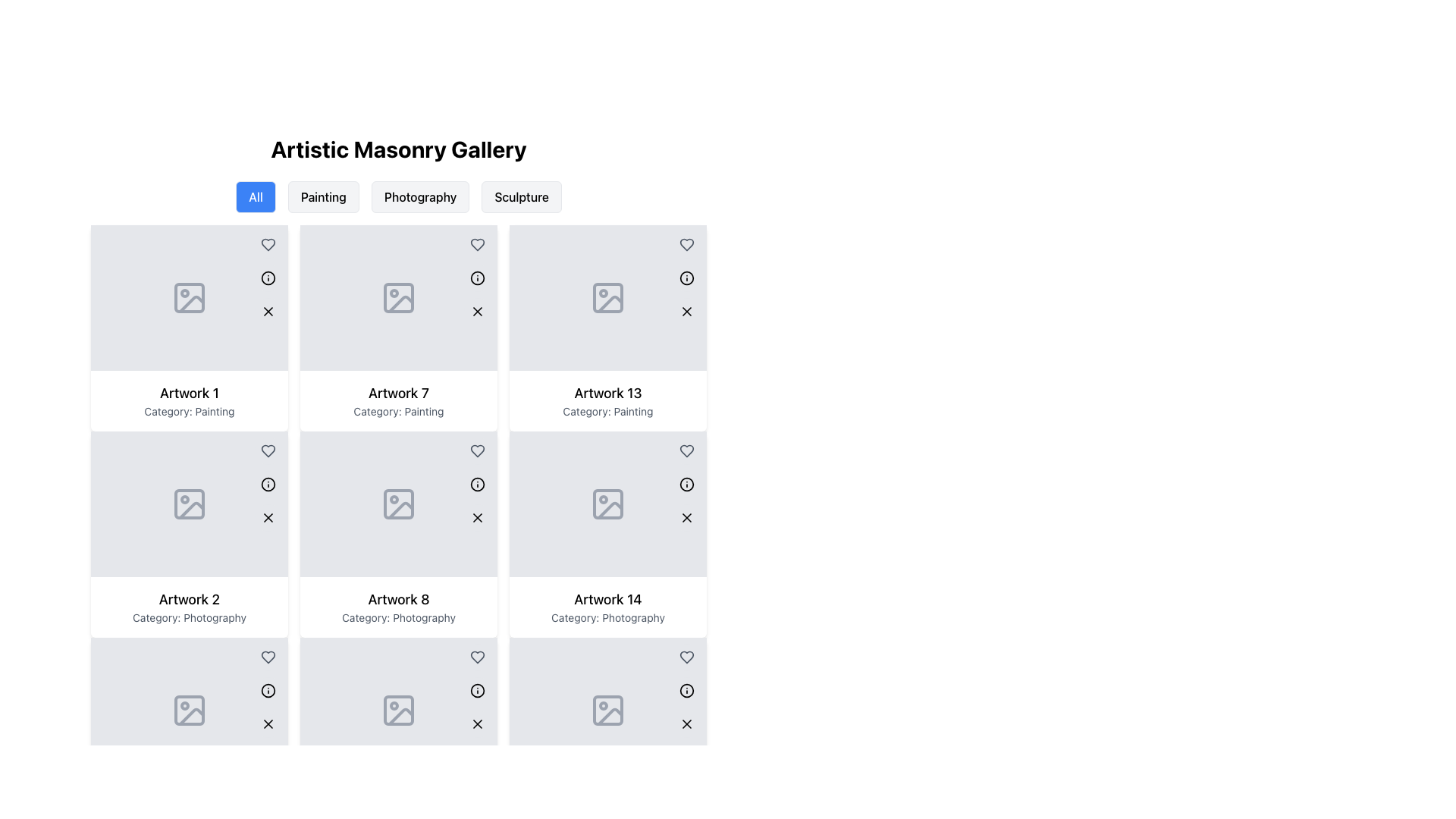 The image size is (1456, 819). What do you see at coordinates (188, 711) in the screenshot?
I see `the graphical element embedded within the picture icon of the last item in the leftmost column of the gallery, located beneath 'Artwork 2' and 'Category: Photography'` at bounding box center [188, 711].